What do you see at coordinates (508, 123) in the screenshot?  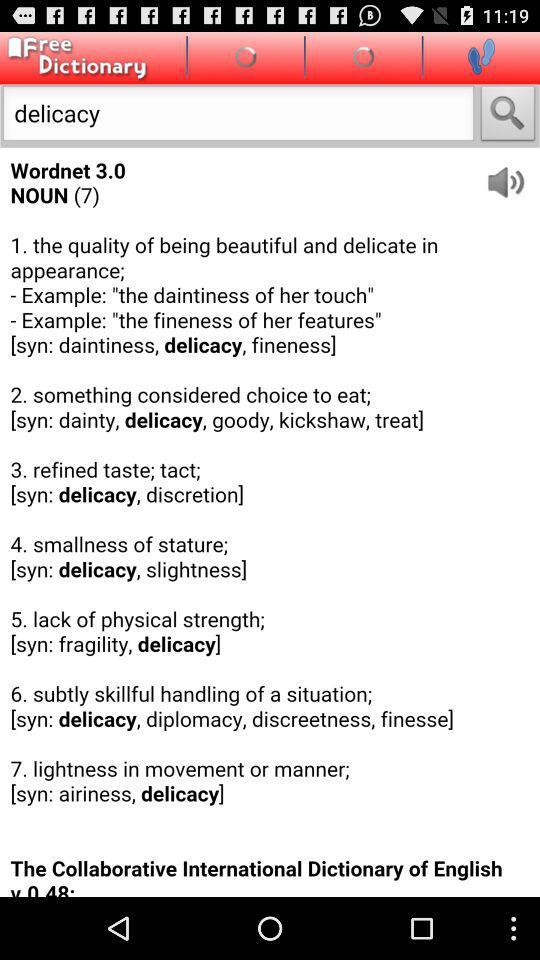 I see `the search icon` at bounding box center [508, 123].